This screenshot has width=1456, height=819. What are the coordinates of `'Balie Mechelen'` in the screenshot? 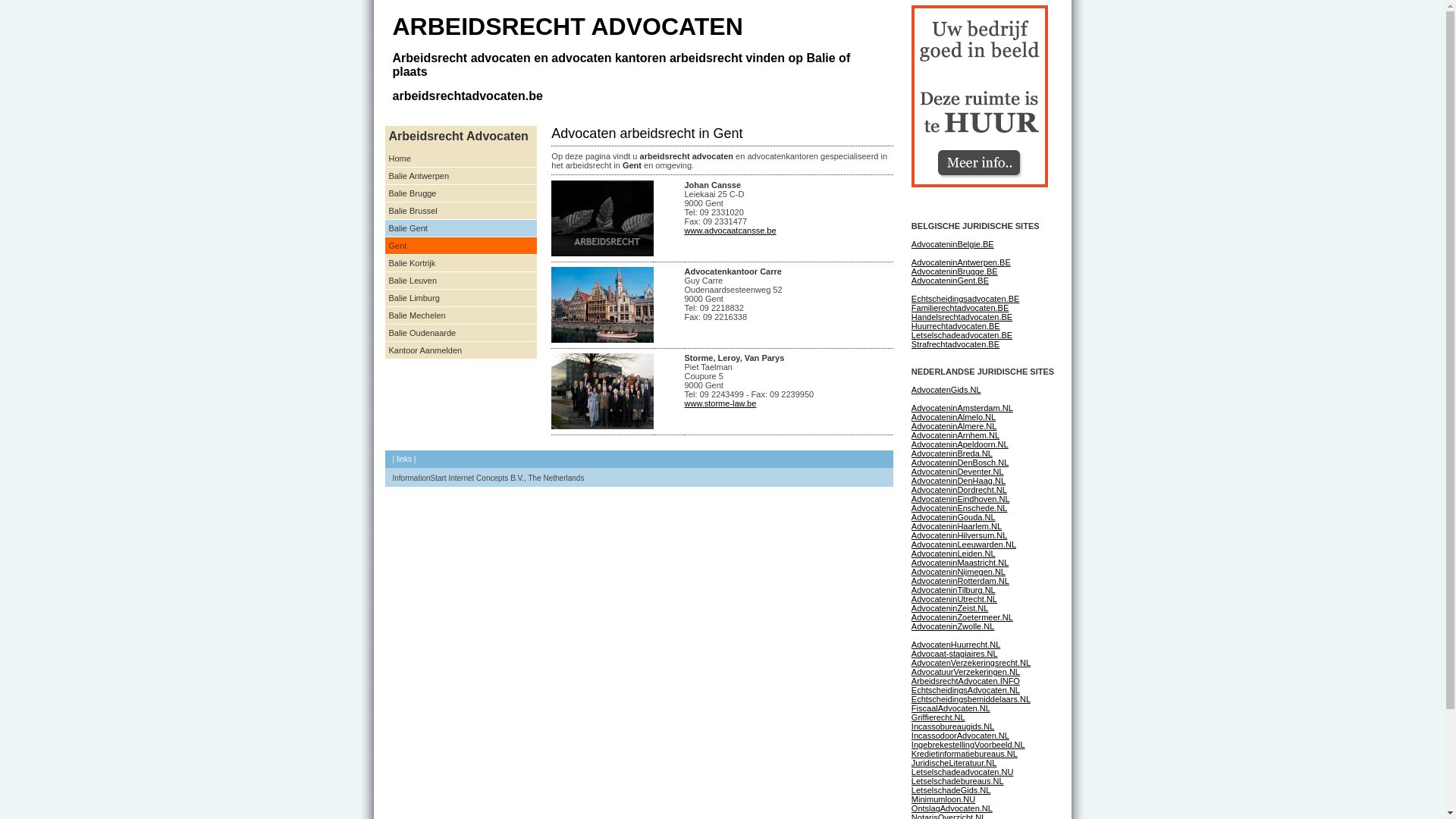 It's located at (460, 315).